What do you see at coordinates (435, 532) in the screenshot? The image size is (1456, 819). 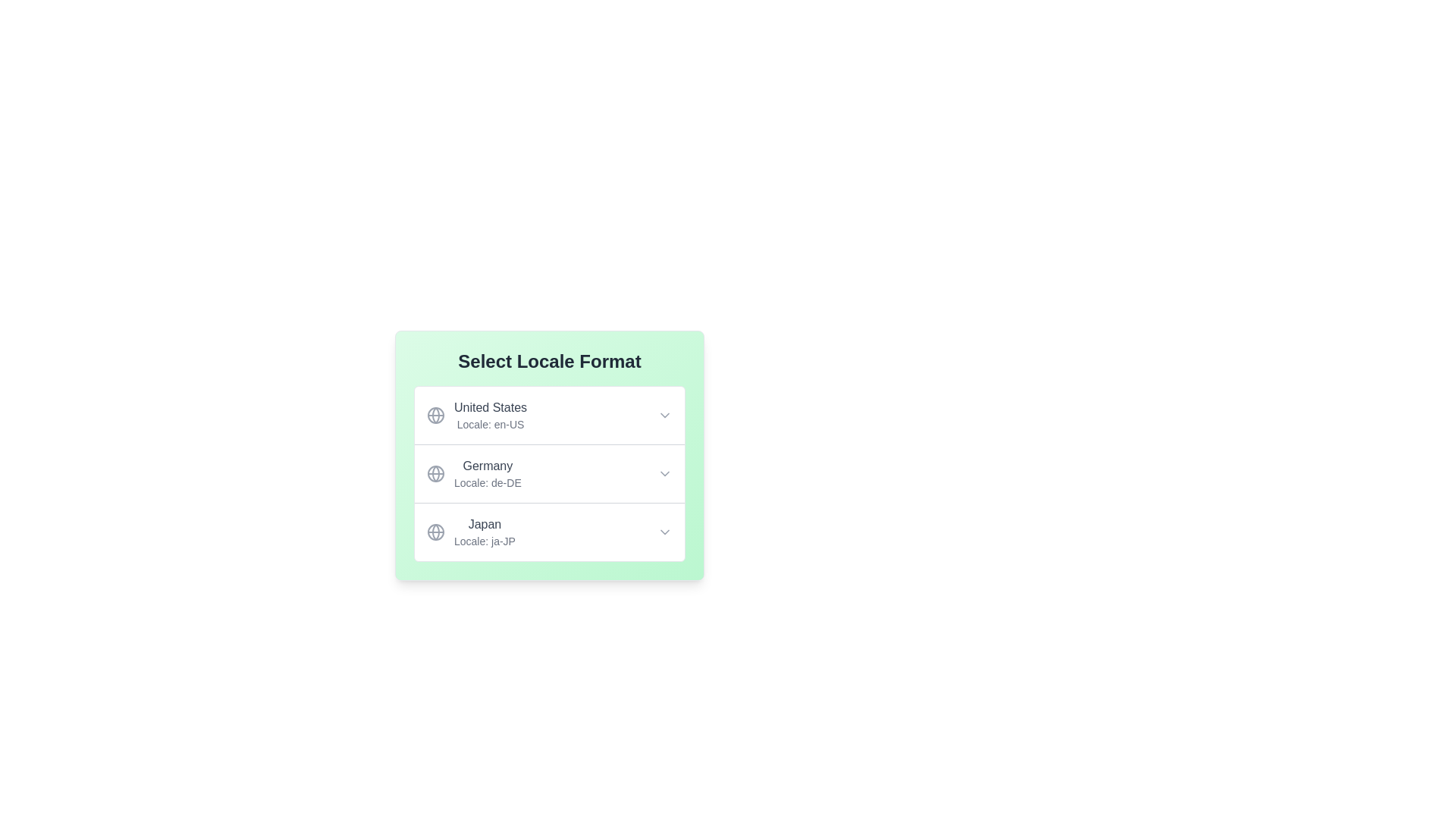 I see `the globe SVG icon representing the Japan locale to select the locale option` at bounding box center [435, 532].